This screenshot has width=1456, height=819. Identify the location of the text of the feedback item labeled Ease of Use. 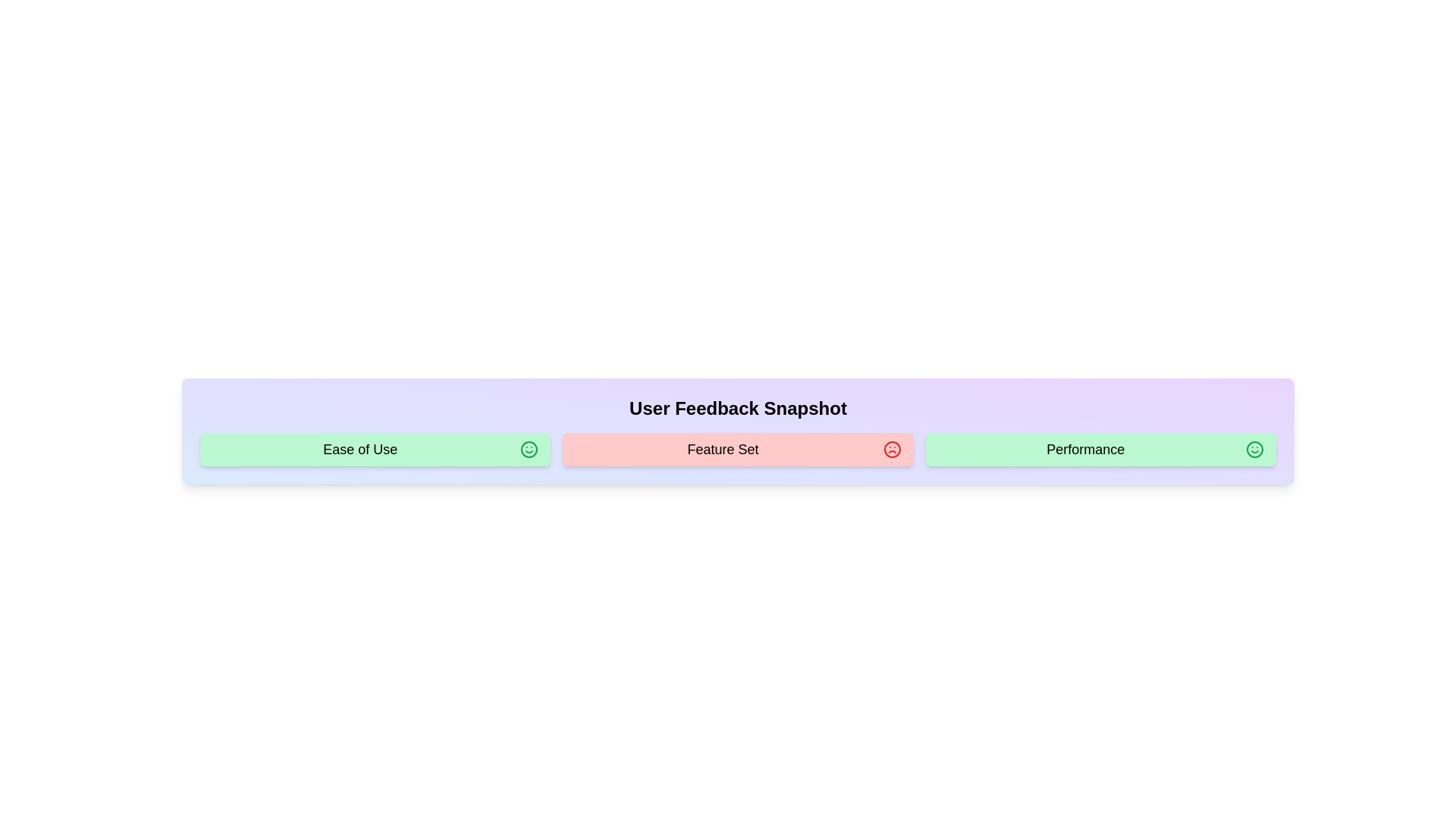
(375, 449).